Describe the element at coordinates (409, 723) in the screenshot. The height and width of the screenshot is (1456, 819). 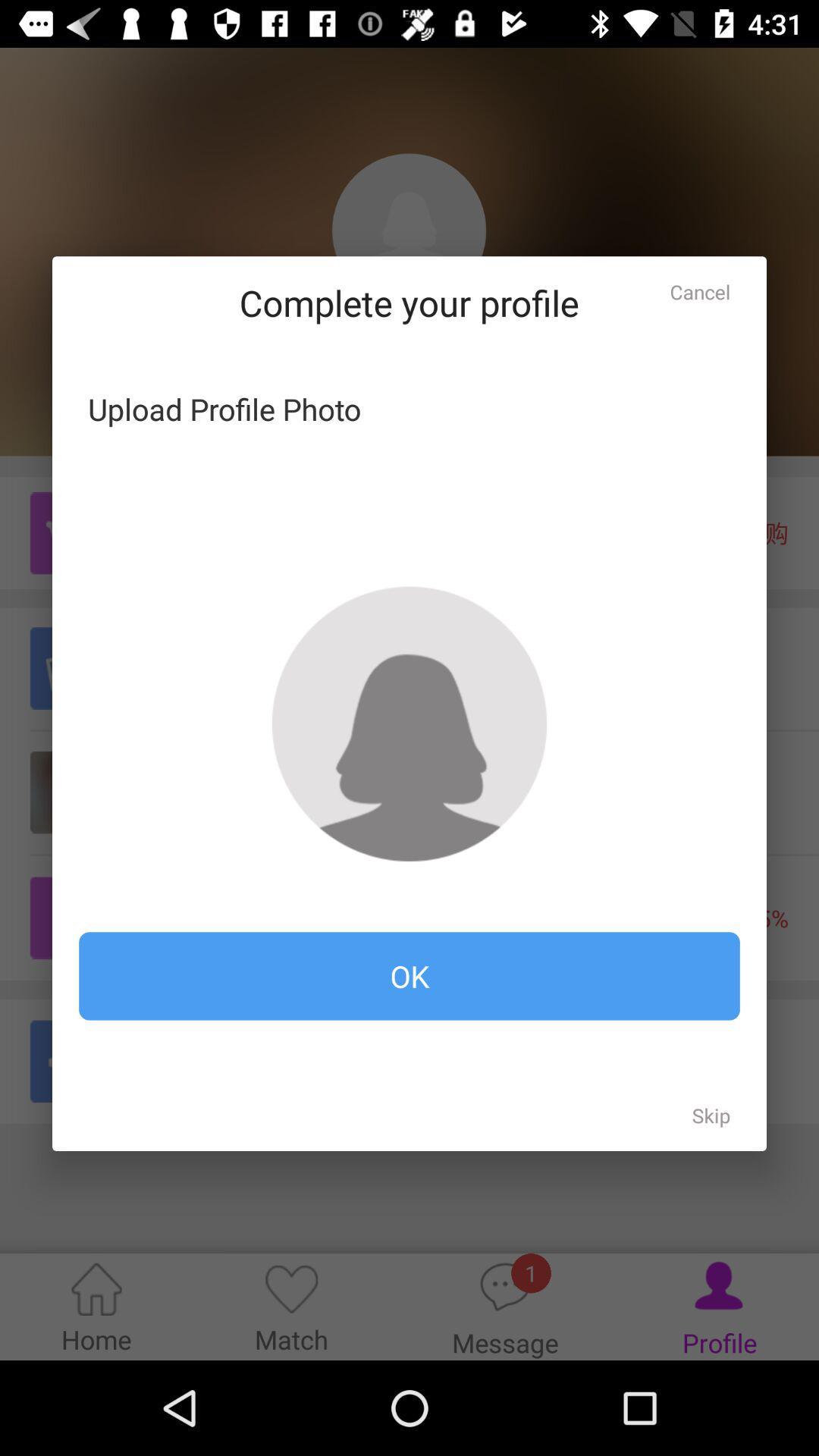
I see `the icon below upload profile photo` at that location.